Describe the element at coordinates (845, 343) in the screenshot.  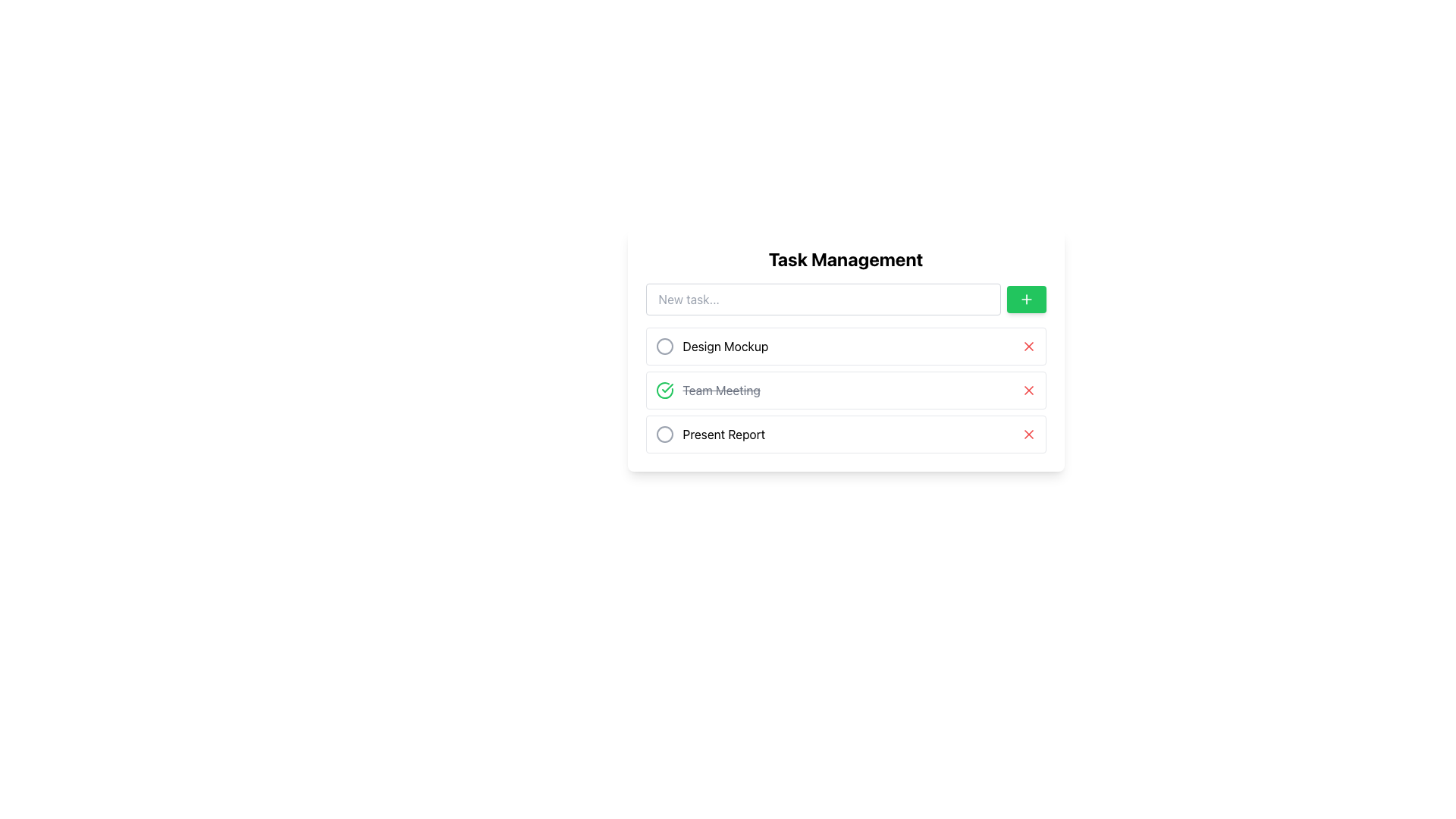
I see `the circular indicator on the 'Design Mockup' task within the second item of the task list in the 'Task Management' panel to mark it as done` at that location.